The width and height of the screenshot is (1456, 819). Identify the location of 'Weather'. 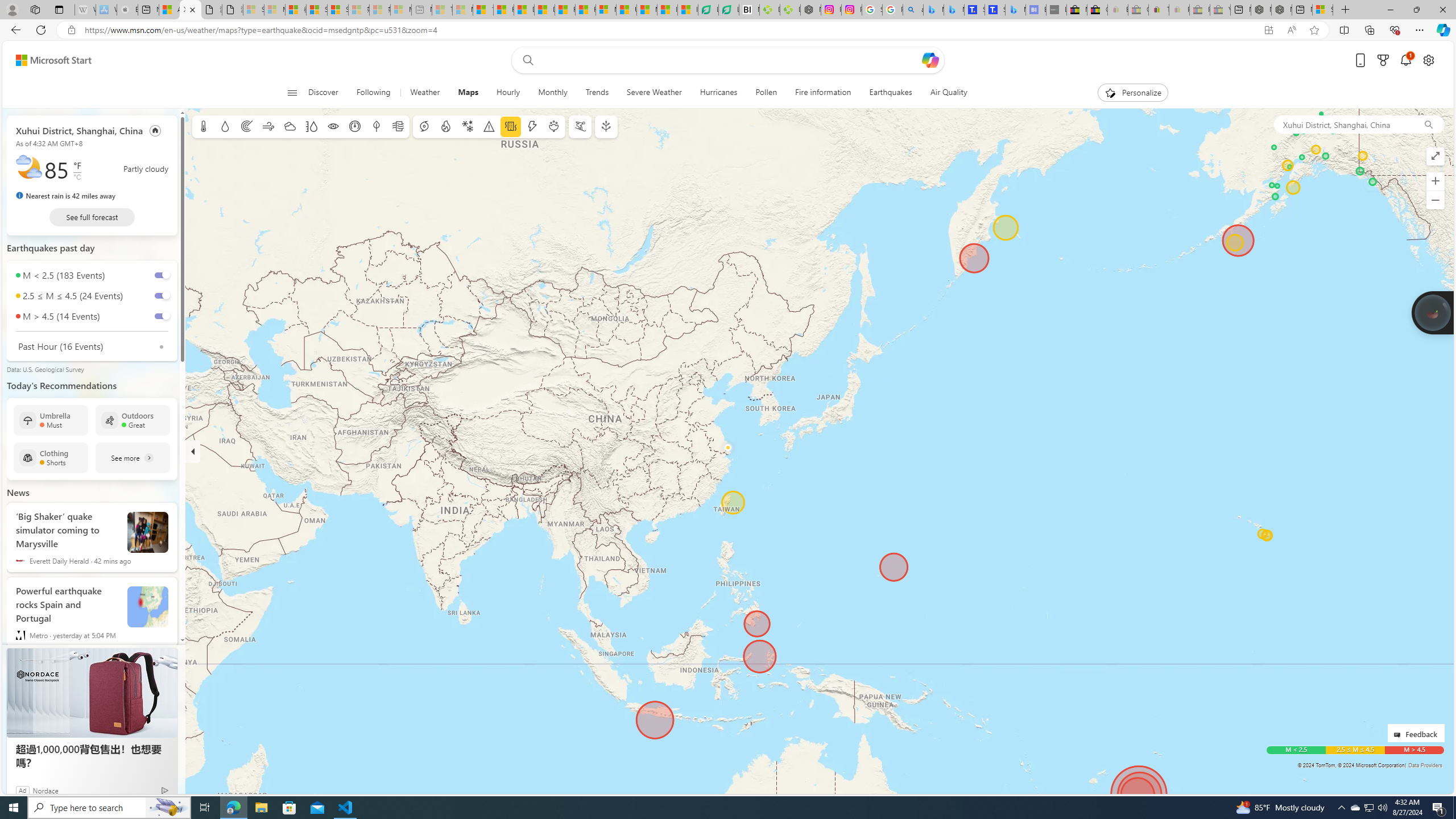
(424, 92).